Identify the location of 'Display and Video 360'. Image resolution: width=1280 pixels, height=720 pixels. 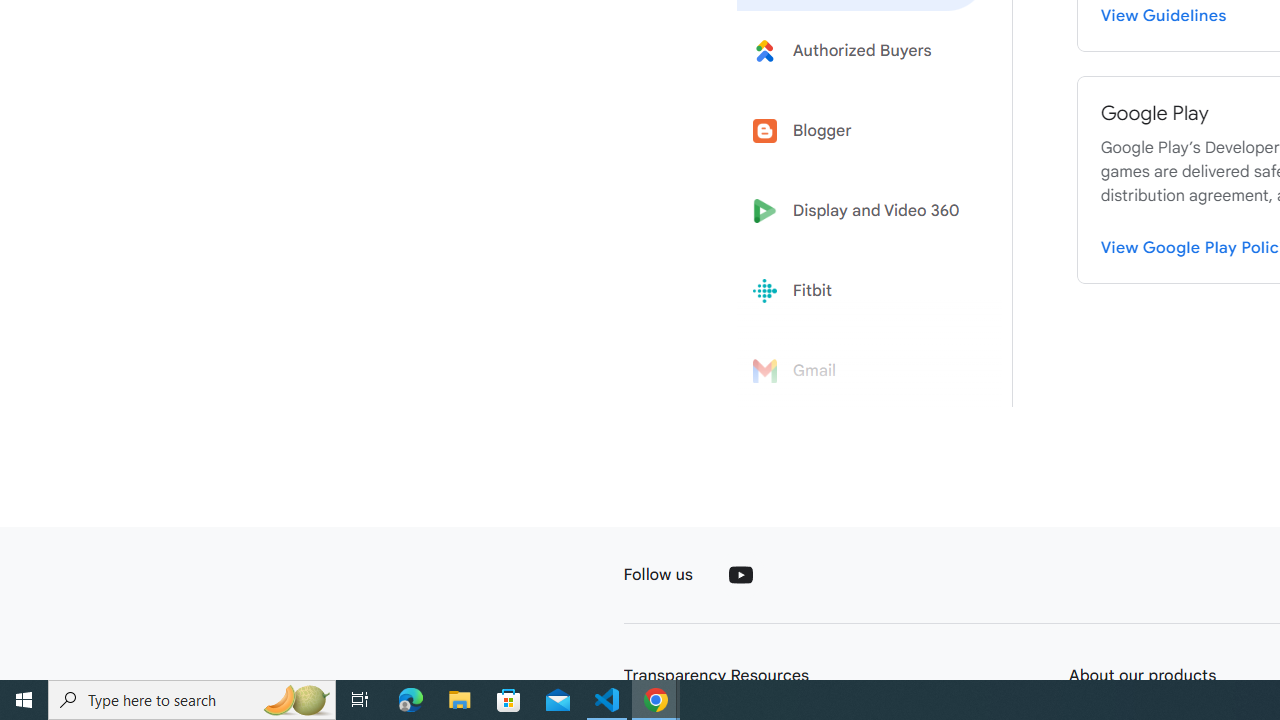
(862, 211).